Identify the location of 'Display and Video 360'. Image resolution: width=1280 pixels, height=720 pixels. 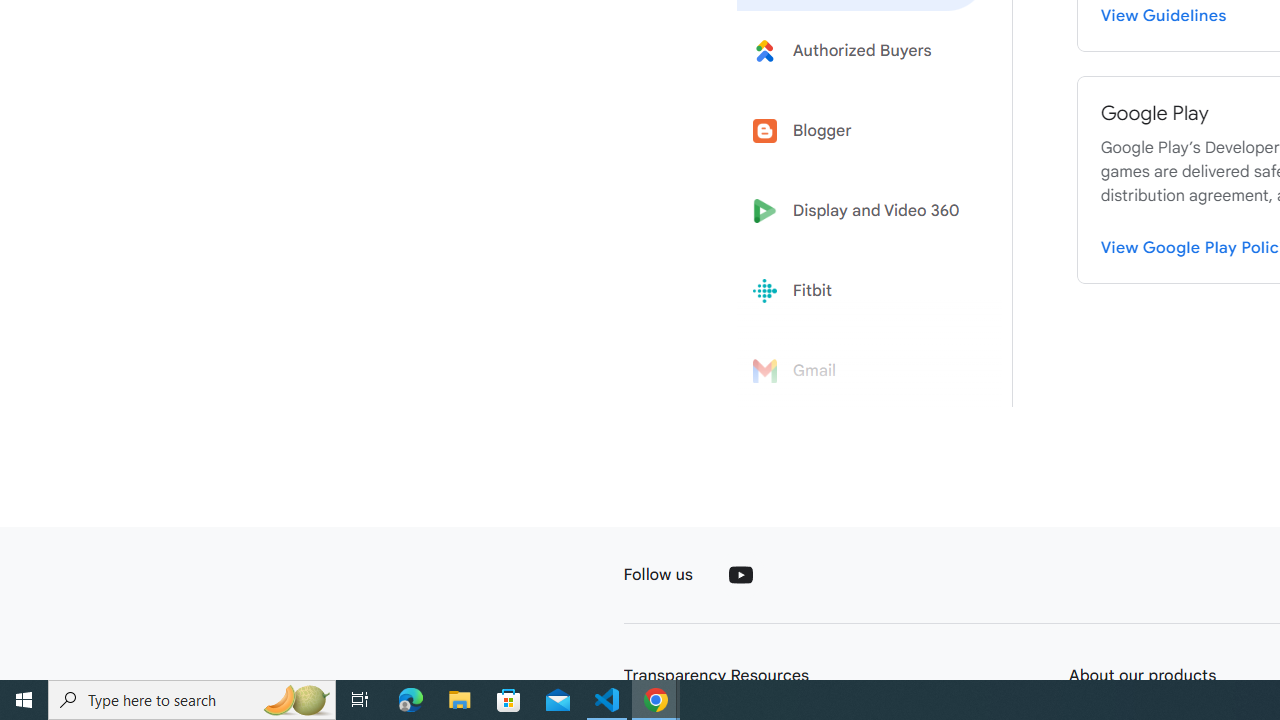
(862, 211).